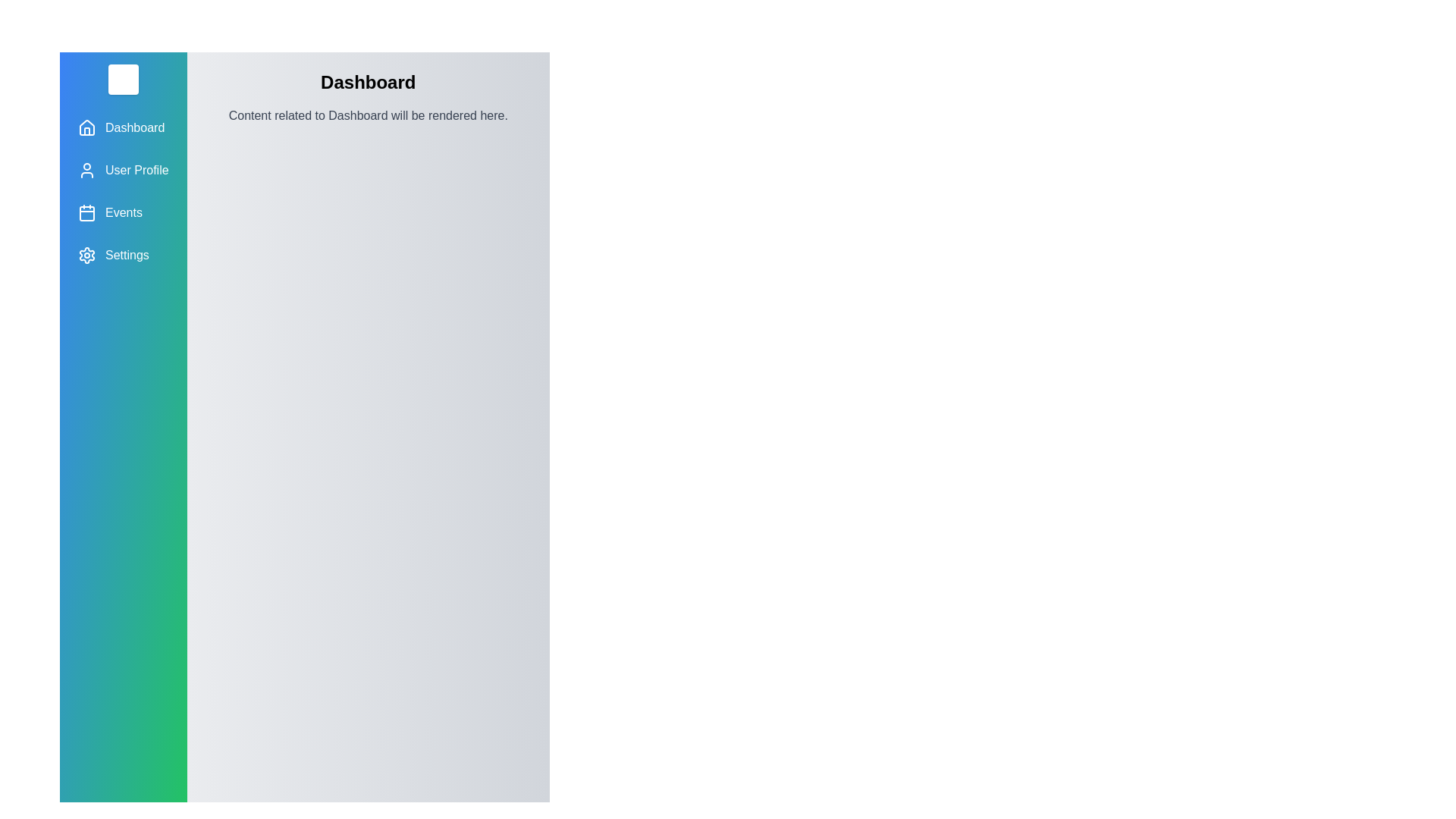  Describe the element at coordinates (123, 254) in the screenshot. I see `the Settings tab from the sidebar` at that location.